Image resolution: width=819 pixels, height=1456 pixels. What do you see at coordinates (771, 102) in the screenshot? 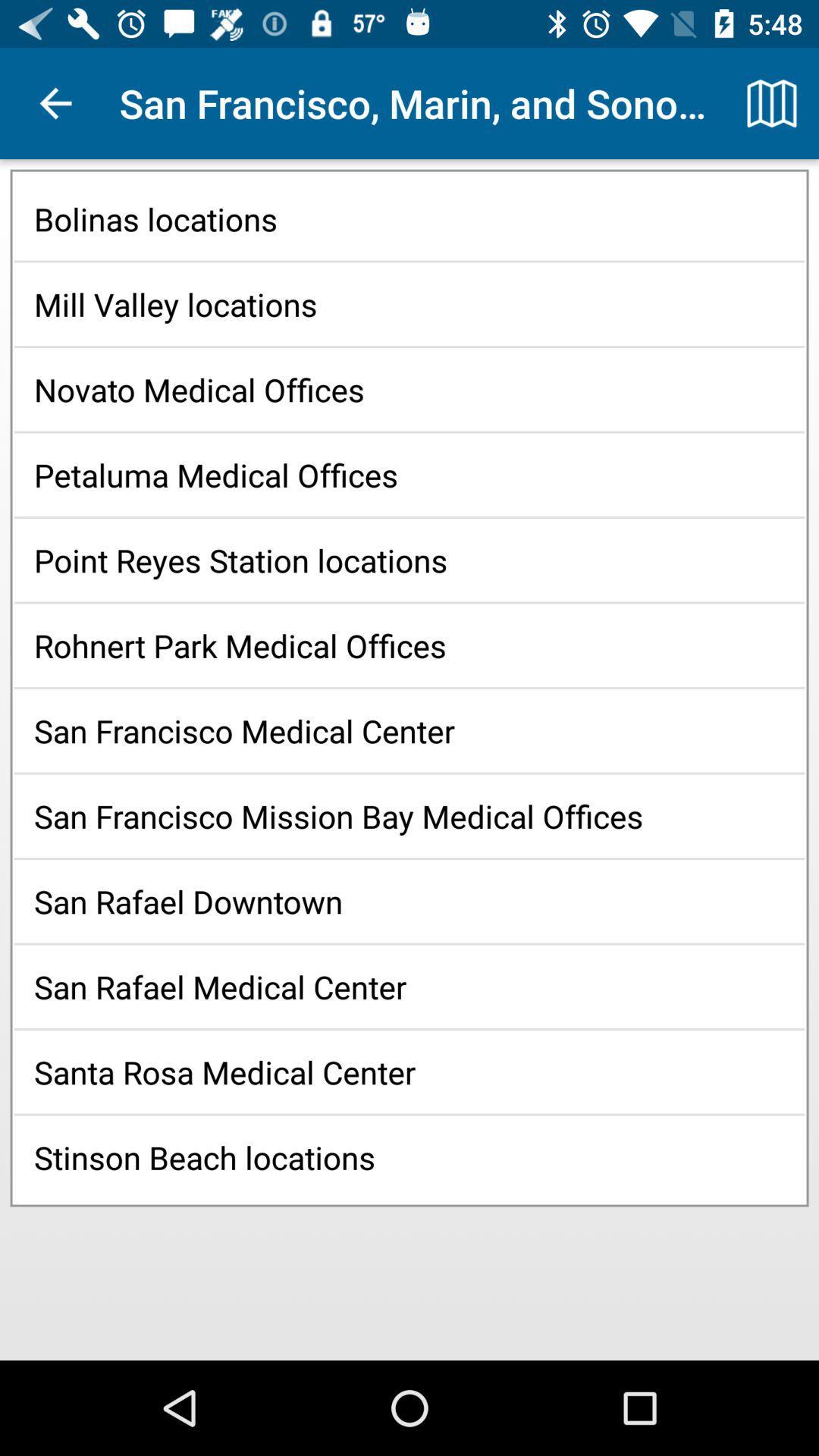
I see `icon at the top right corner` at bounding box center [771, 102].